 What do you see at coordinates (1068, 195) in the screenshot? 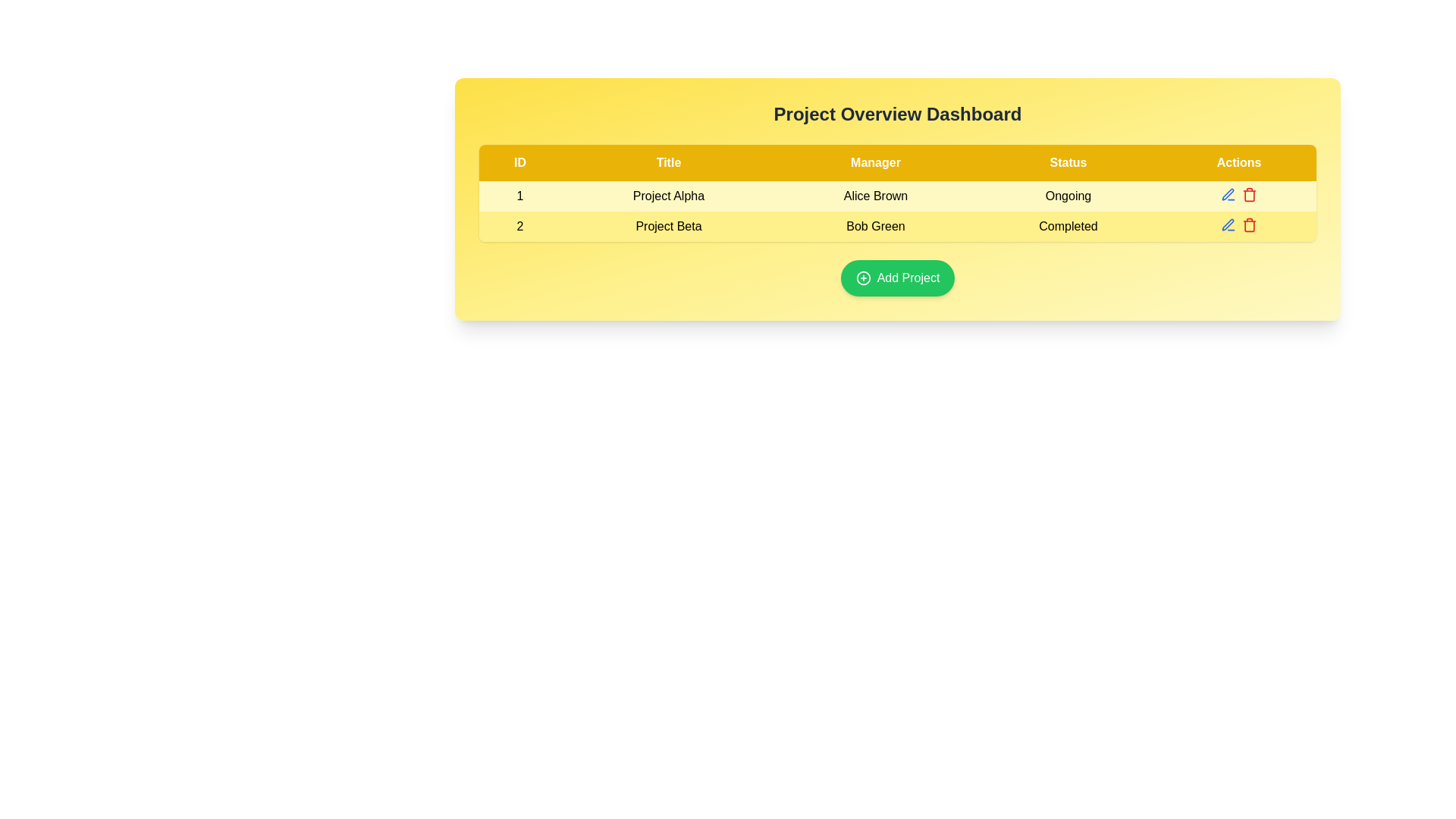
I see `the 'Ongoing' text label in the 'Status' column of the second row in the project information table` at bounding box center [1068, 195].